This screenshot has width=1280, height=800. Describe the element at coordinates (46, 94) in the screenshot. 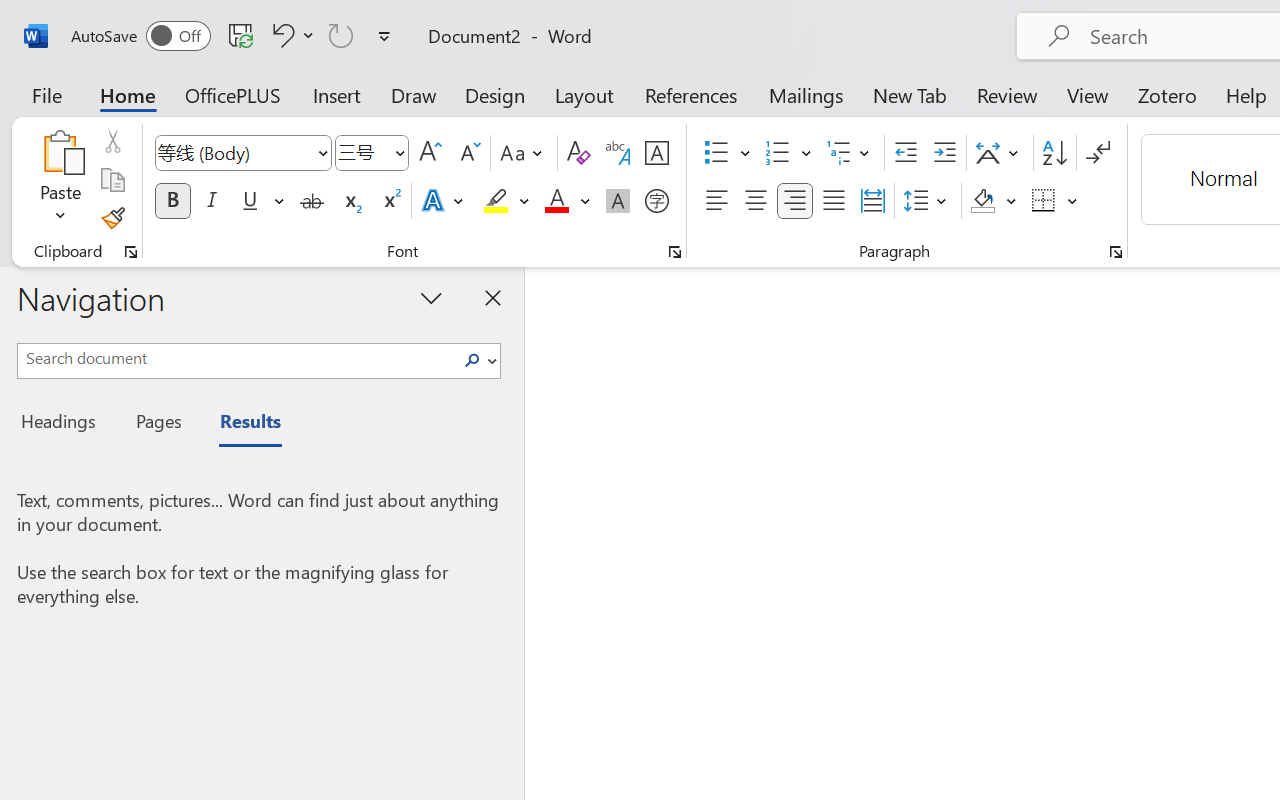

I see `'File Tab'` at that location.